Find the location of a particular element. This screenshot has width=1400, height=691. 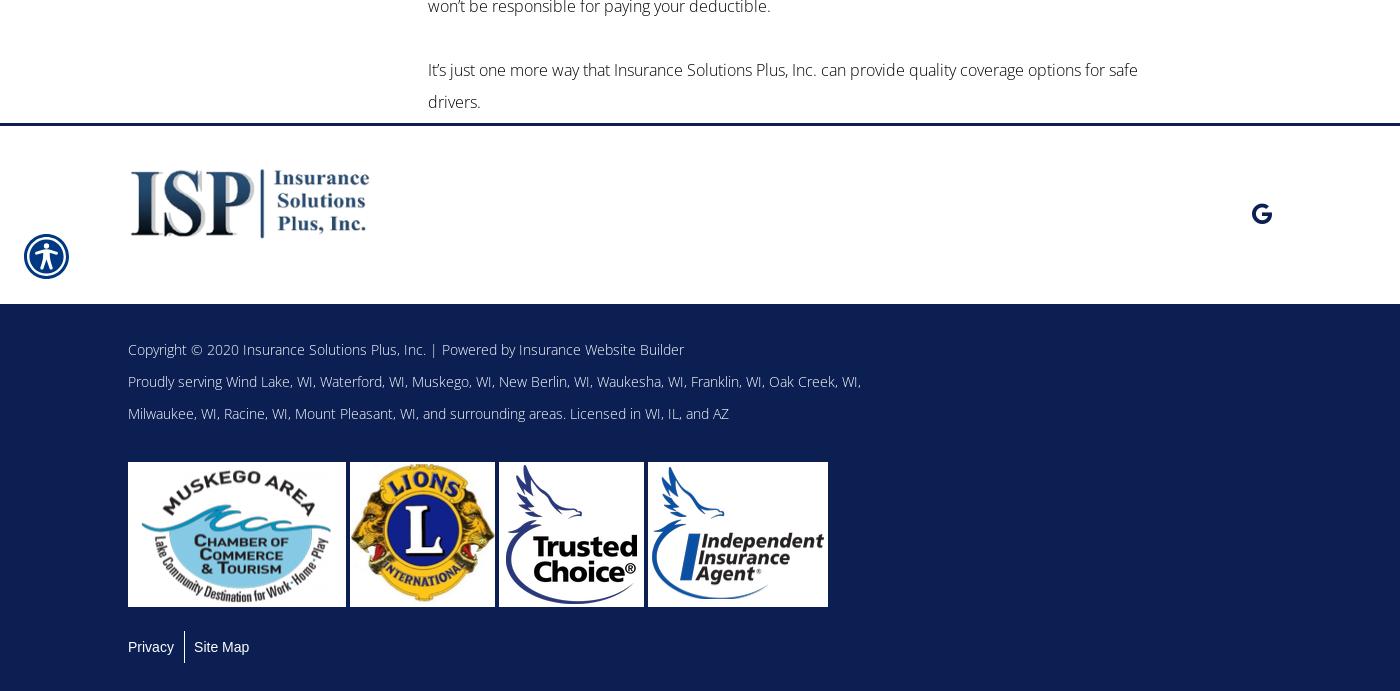

'Copyright © 2020 Insurance Solutions Plus, Inc.  |' is located at coordinates (127, 347).